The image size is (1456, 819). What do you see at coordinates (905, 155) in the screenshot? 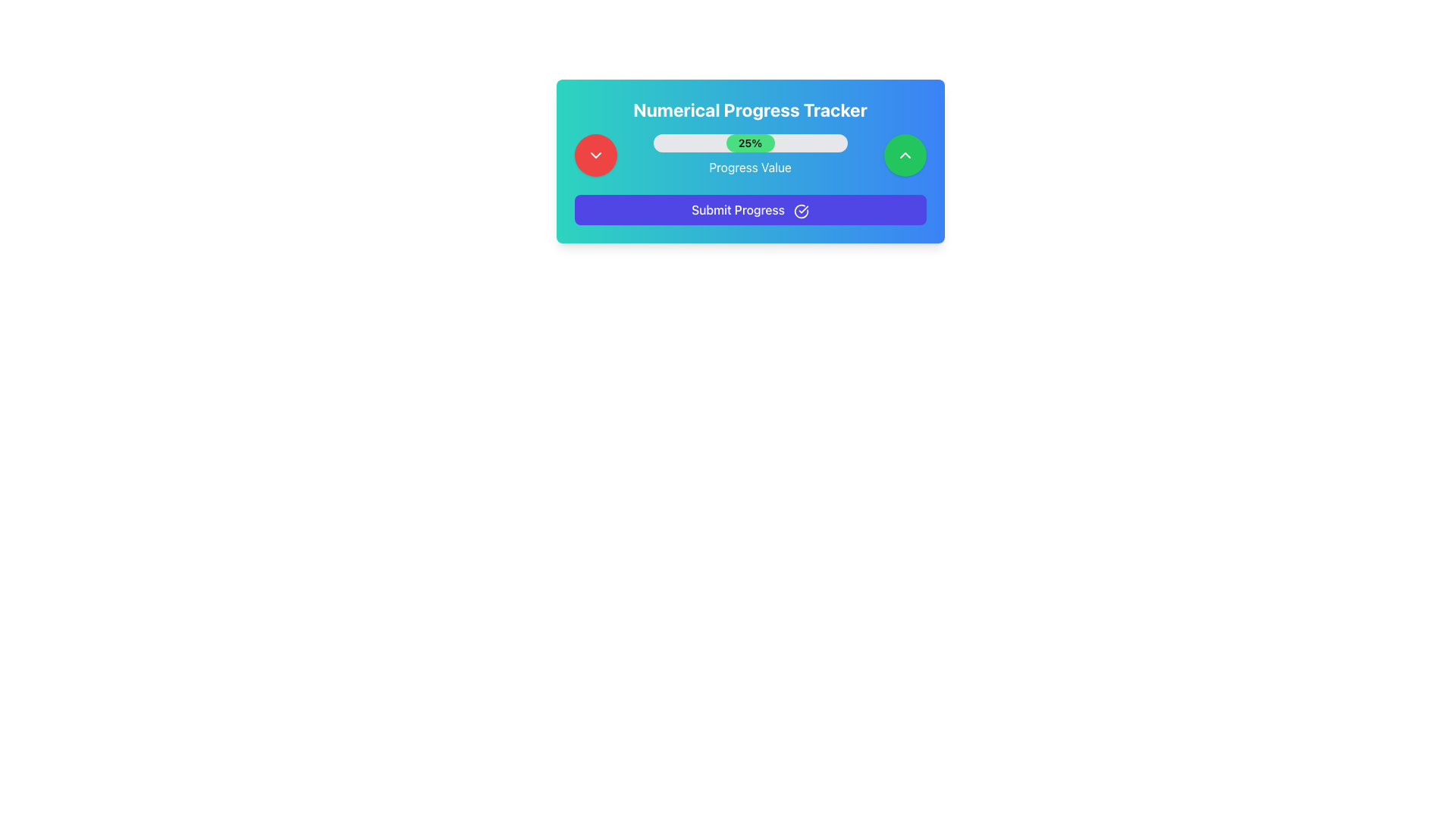
I see `the green circular button with a white upwards-facing chevron icon located on the right end of the horizontal layout` at bounding box center [905, 155].